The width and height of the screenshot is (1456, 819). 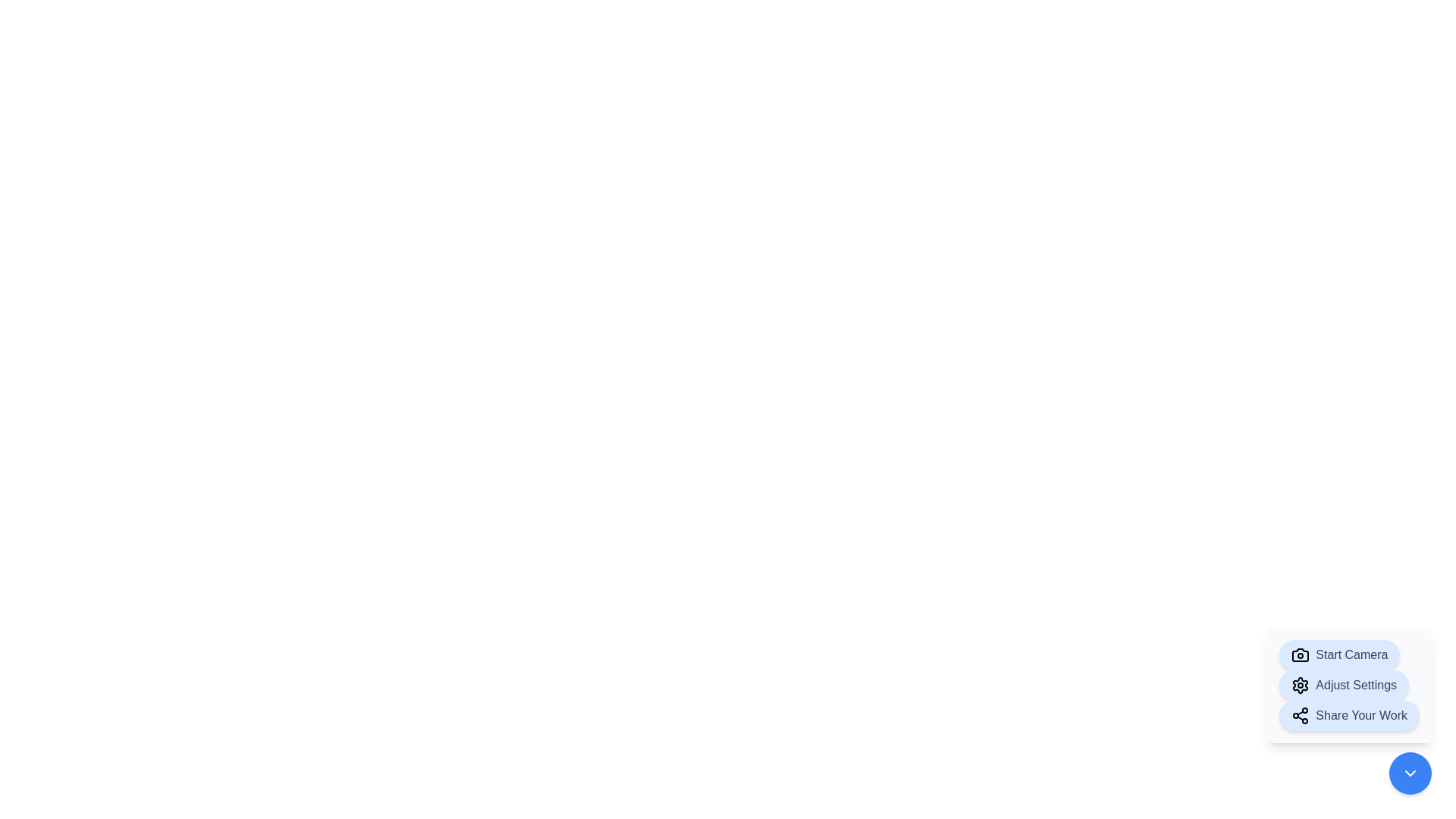 I want to click on the 'Start Camera' button with a blue background and camera icon, so click(x=1339, y=654).